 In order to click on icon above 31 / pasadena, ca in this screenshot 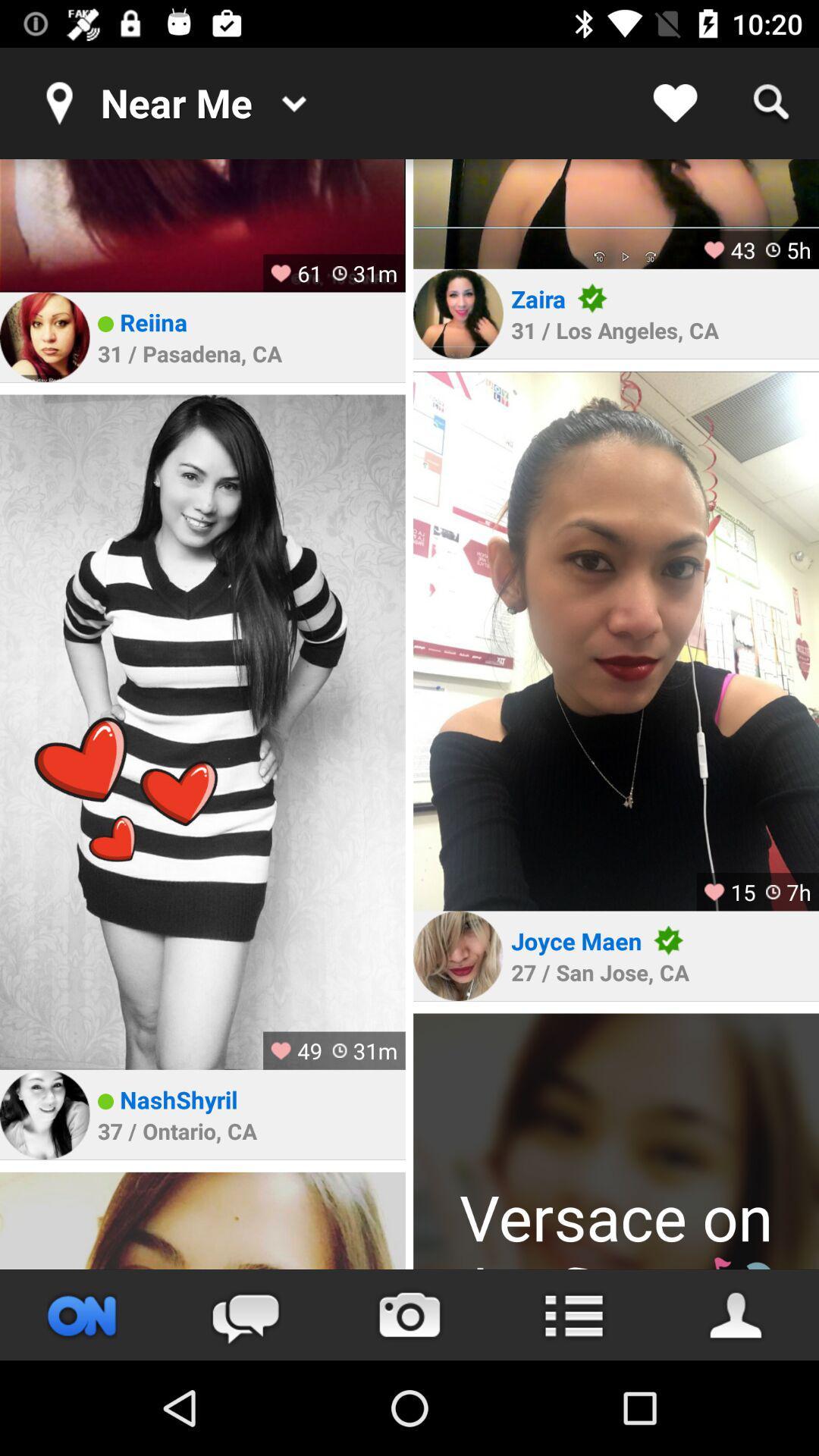, I will do `click(153, 321)`.